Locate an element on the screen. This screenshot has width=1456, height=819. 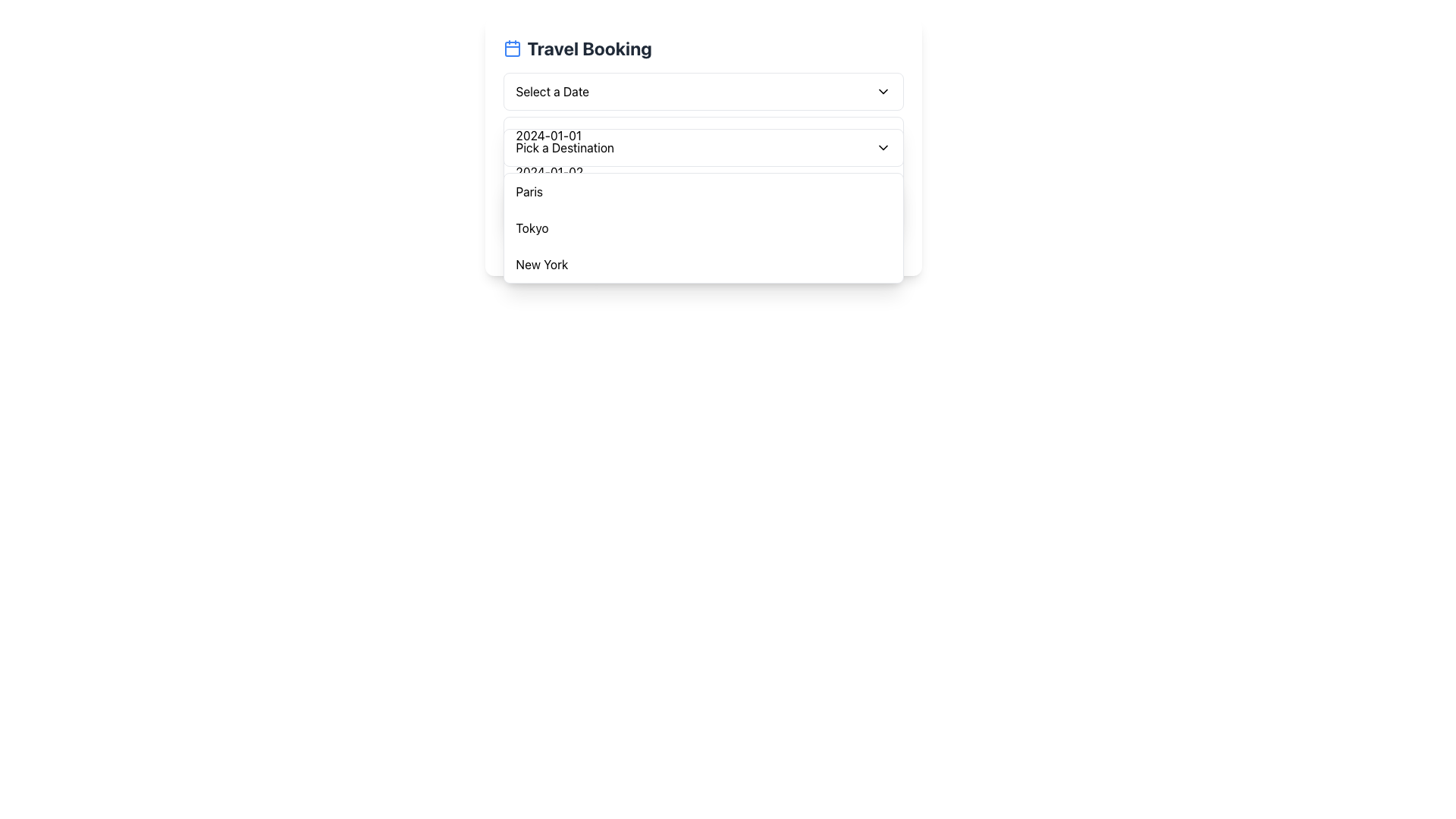
to select the 'New York' option from the dropdown menu, which is the third option in the list and features a hover effect that changes its background to gray is located at coordinates (702, 263).